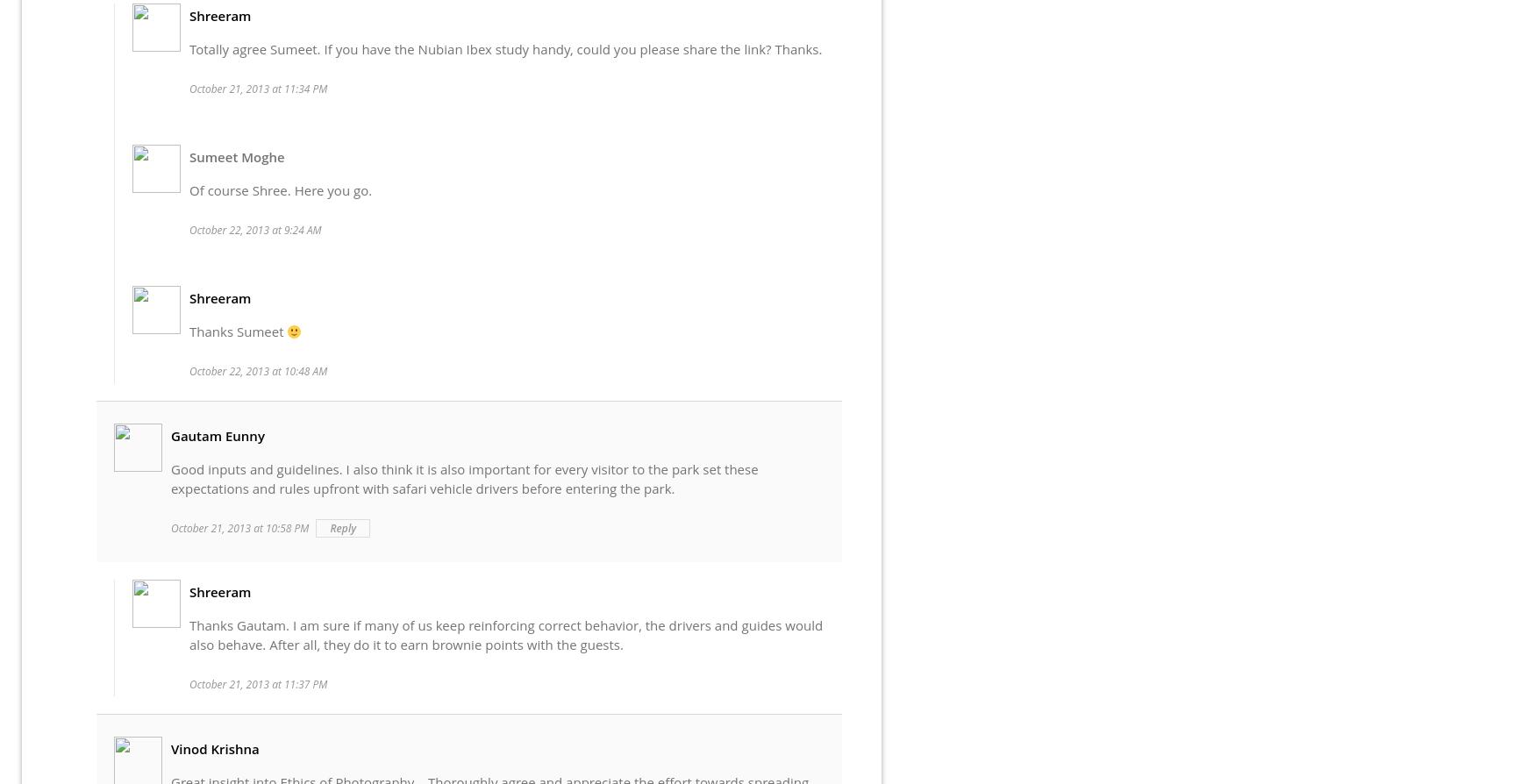 This screenshot has width=1535, height=784. Describe the element at coordinates (236, 156) in the screenshot. I see `'Sumeet Moghe'` at that location.